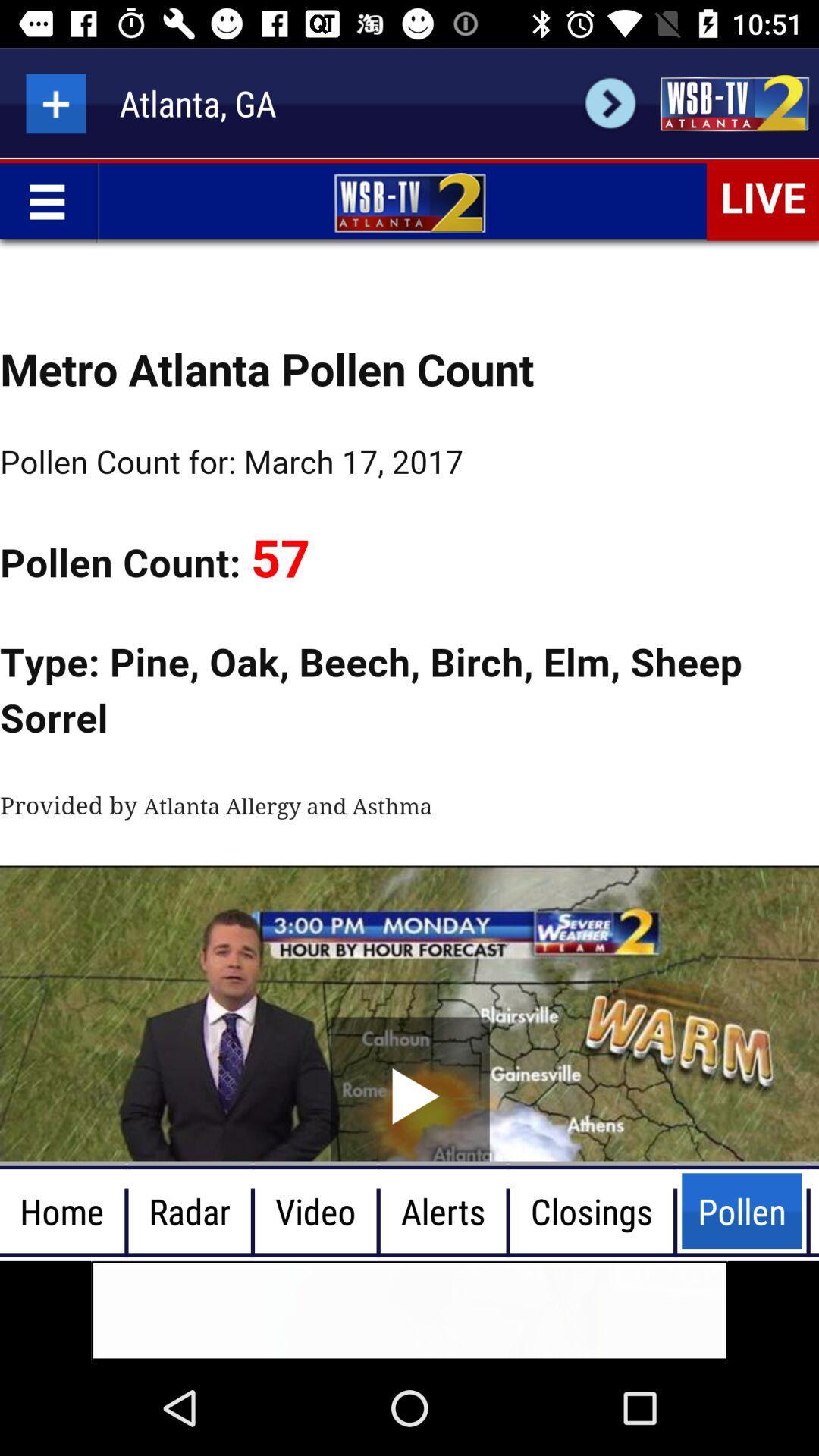 Image resolution: width=819 pixels, height=1456 pixels. What do you see at coordinates (55, 102) in the screenshot?
I see `increase` at bounding box center [55, 102].